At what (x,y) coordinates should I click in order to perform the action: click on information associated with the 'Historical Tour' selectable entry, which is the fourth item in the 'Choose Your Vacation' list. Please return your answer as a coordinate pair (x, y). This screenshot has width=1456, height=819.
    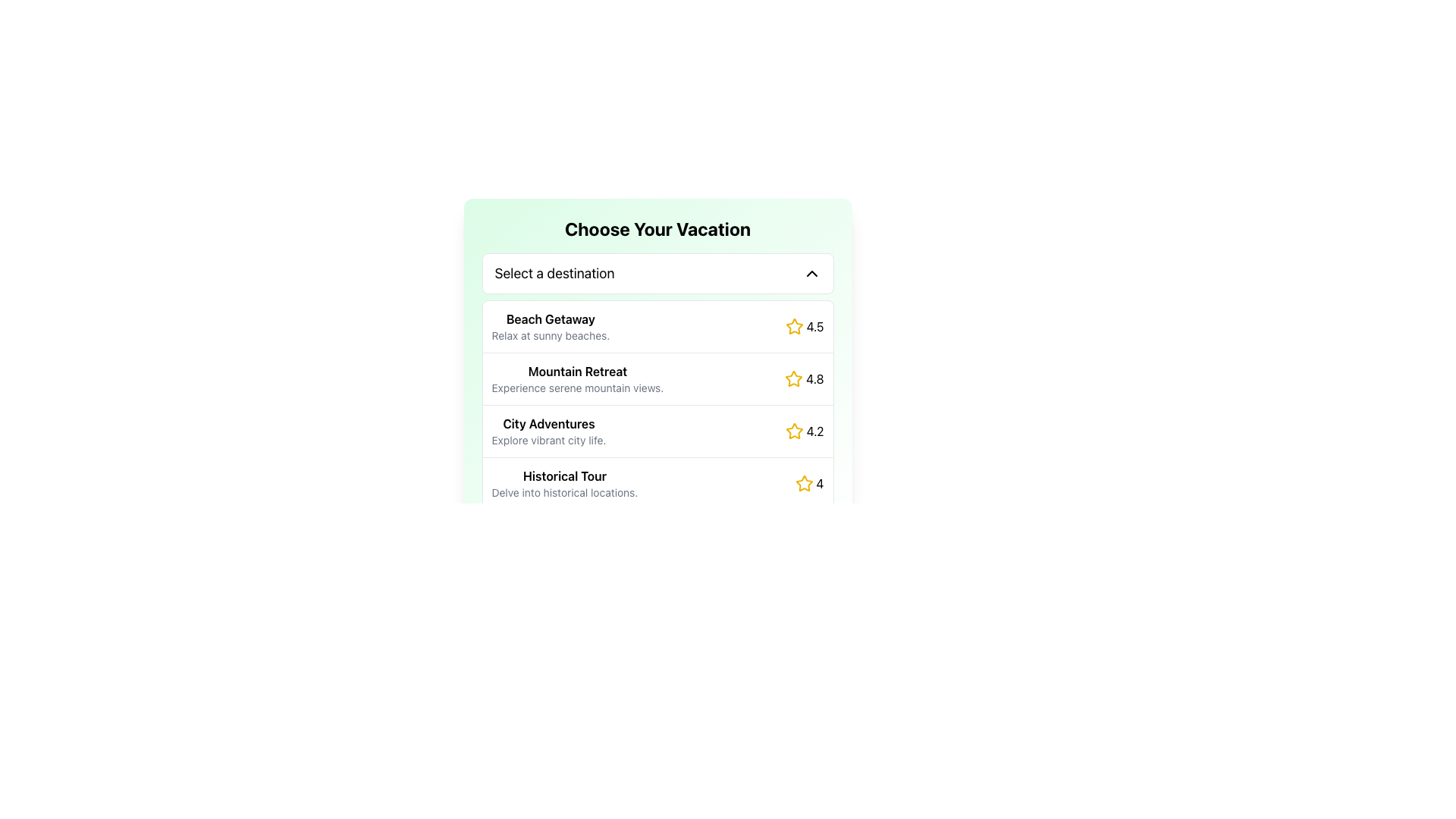
    Looking at the image, I should click on (657, 483).